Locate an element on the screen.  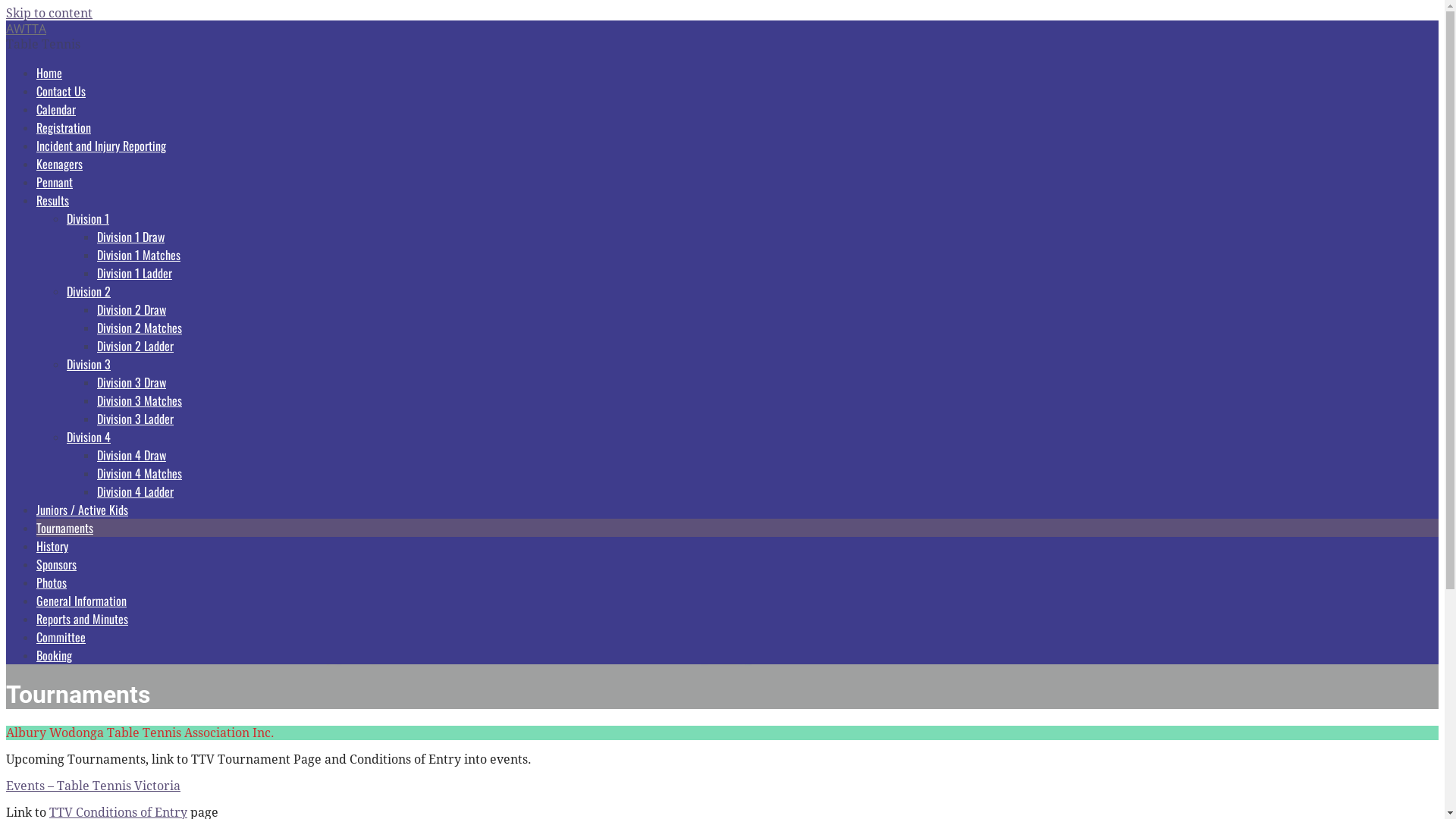
'Division 3' is located at coordinates (65, 363).